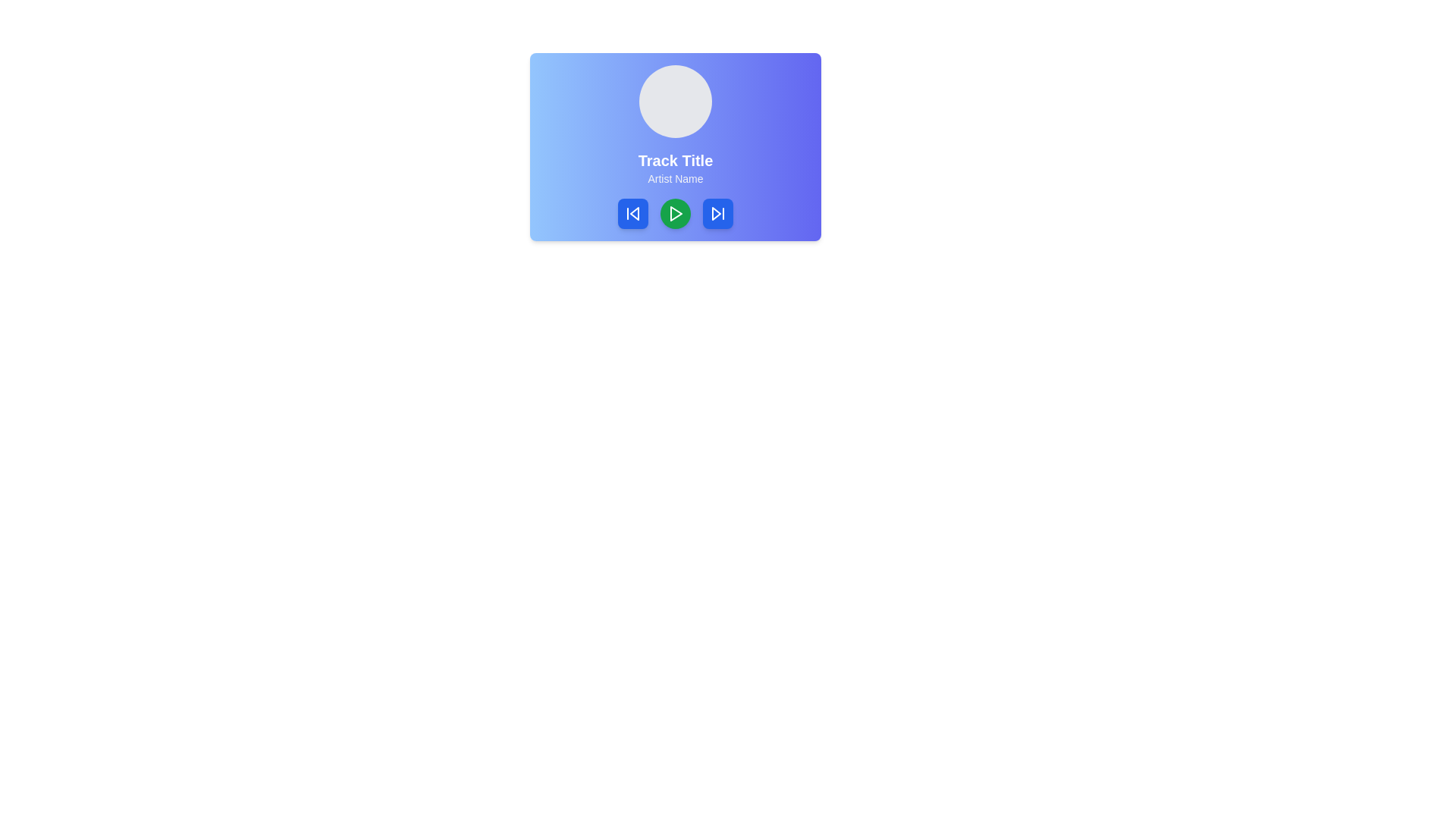 The height and width of the screenshot is (819, 1456). What do you see at coordinates (717, 213) in the screenshot?
I see `the blue rectangular button with rounded corners that contains a 'skip forward' icon` at bounding box center [717, 213].